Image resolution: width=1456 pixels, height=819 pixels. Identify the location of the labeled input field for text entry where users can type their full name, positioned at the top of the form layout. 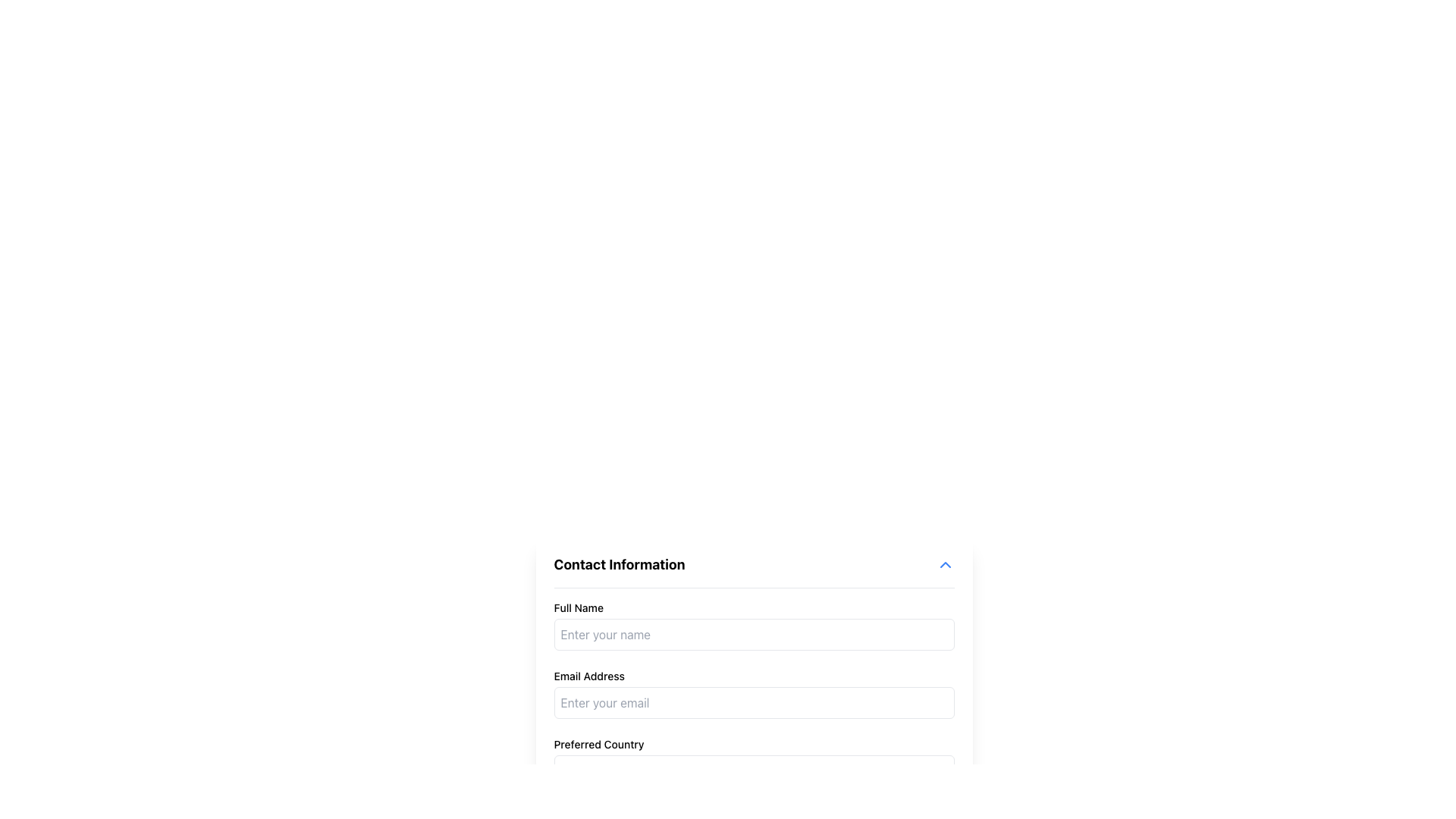
(754, 626).